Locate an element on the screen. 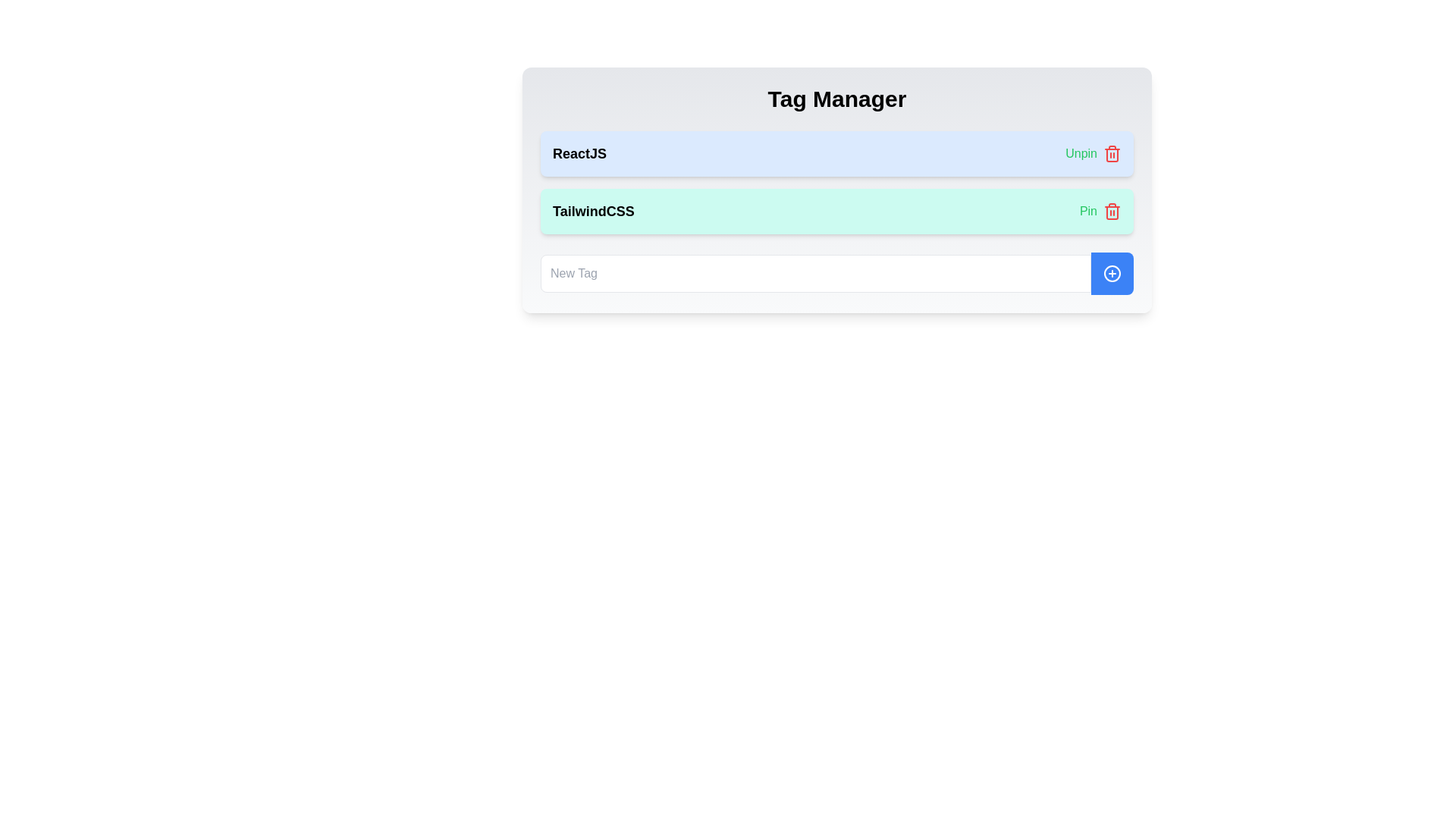  the green-colored 'Unpin' text located in the top row of the list of entries for 'ReactJS' is located at coordinates (1094, 154).